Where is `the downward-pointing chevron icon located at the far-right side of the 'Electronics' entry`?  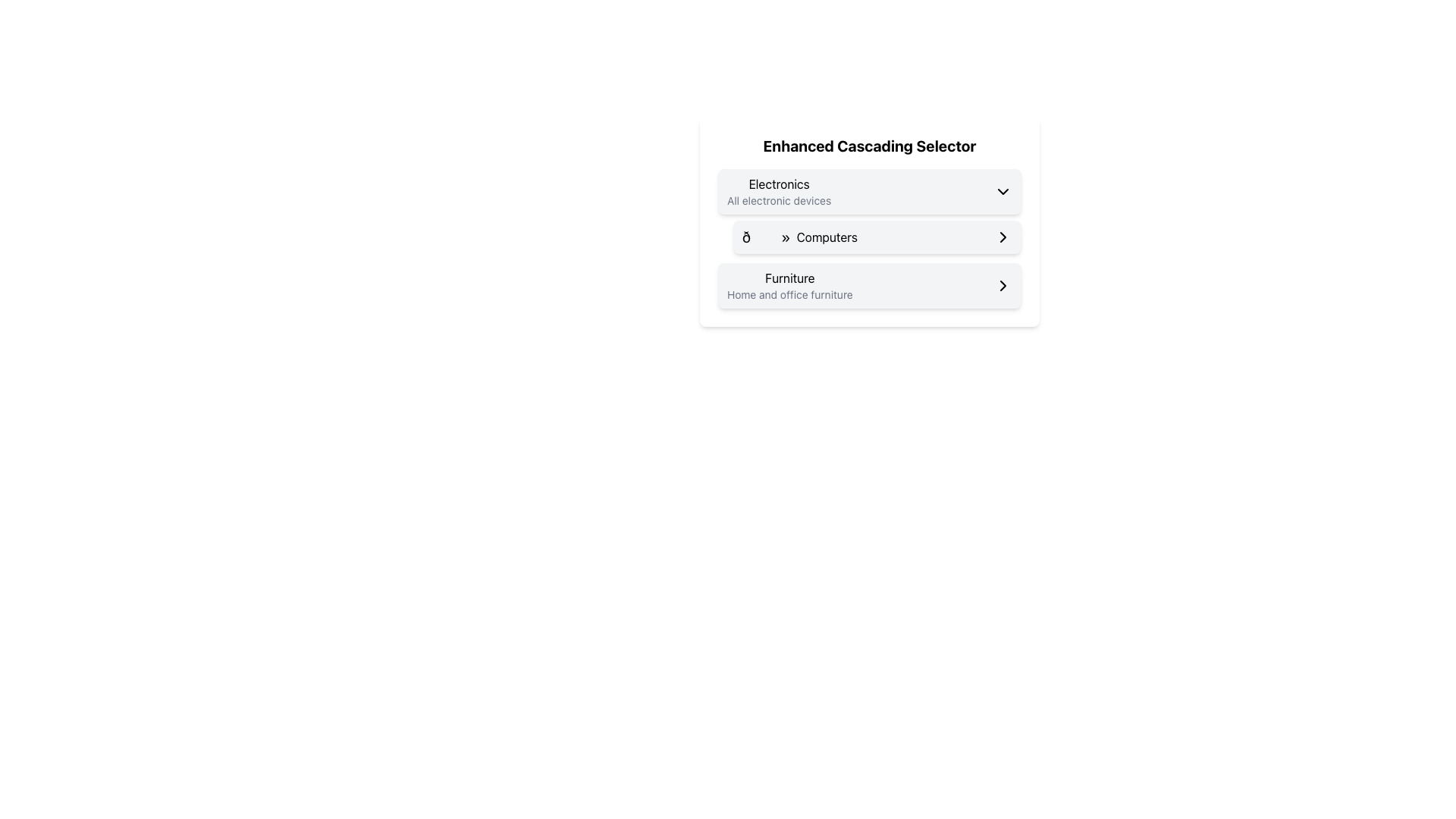 the downward-pointing chevron icon located at the far-right side of the 'Electronics' entry is located at coordinates (1003, 191).